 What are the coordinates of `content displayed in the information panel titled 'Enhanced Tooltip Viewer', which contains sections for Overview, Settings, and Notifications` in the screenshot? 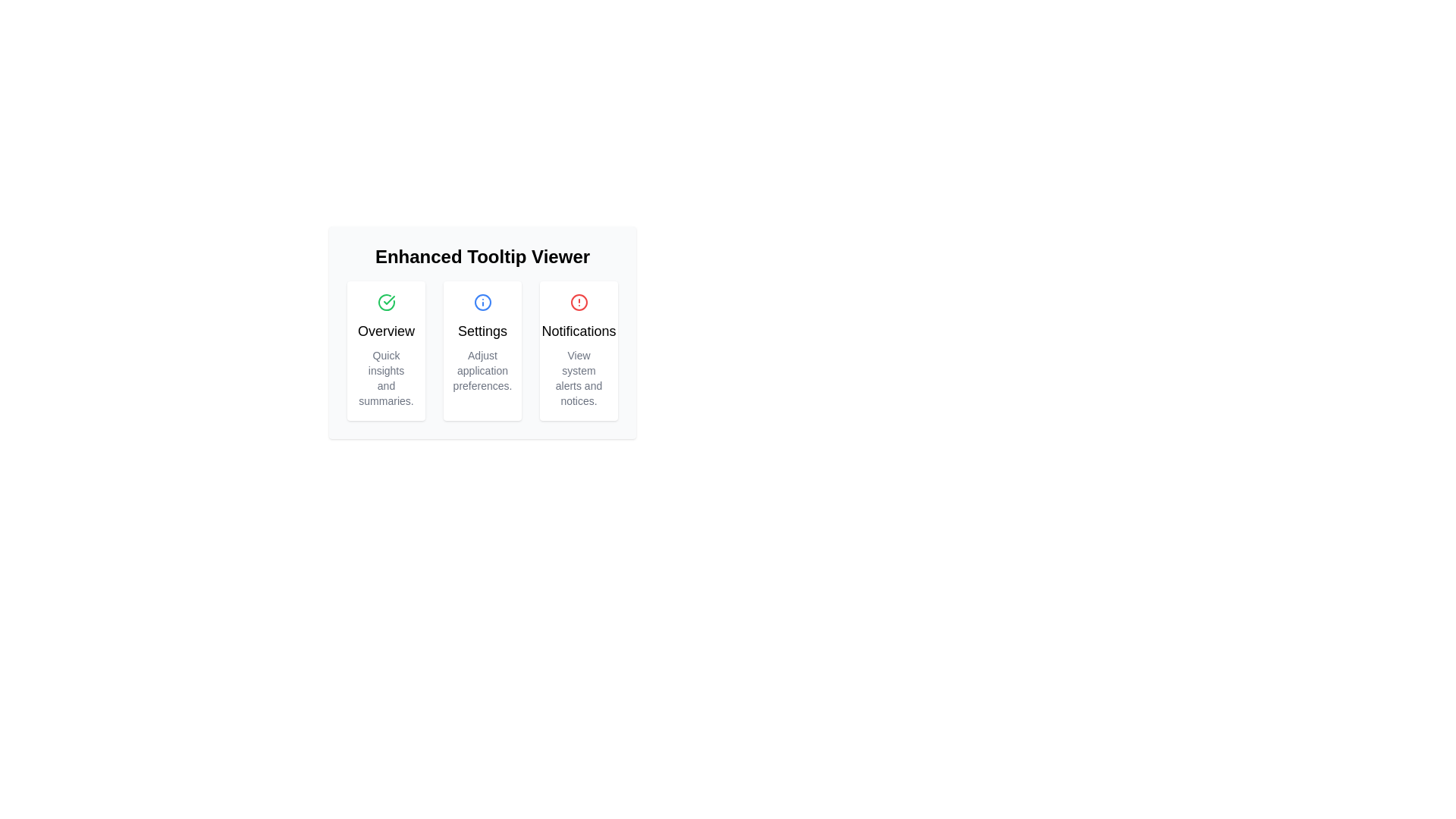 It's located at (482, 334).